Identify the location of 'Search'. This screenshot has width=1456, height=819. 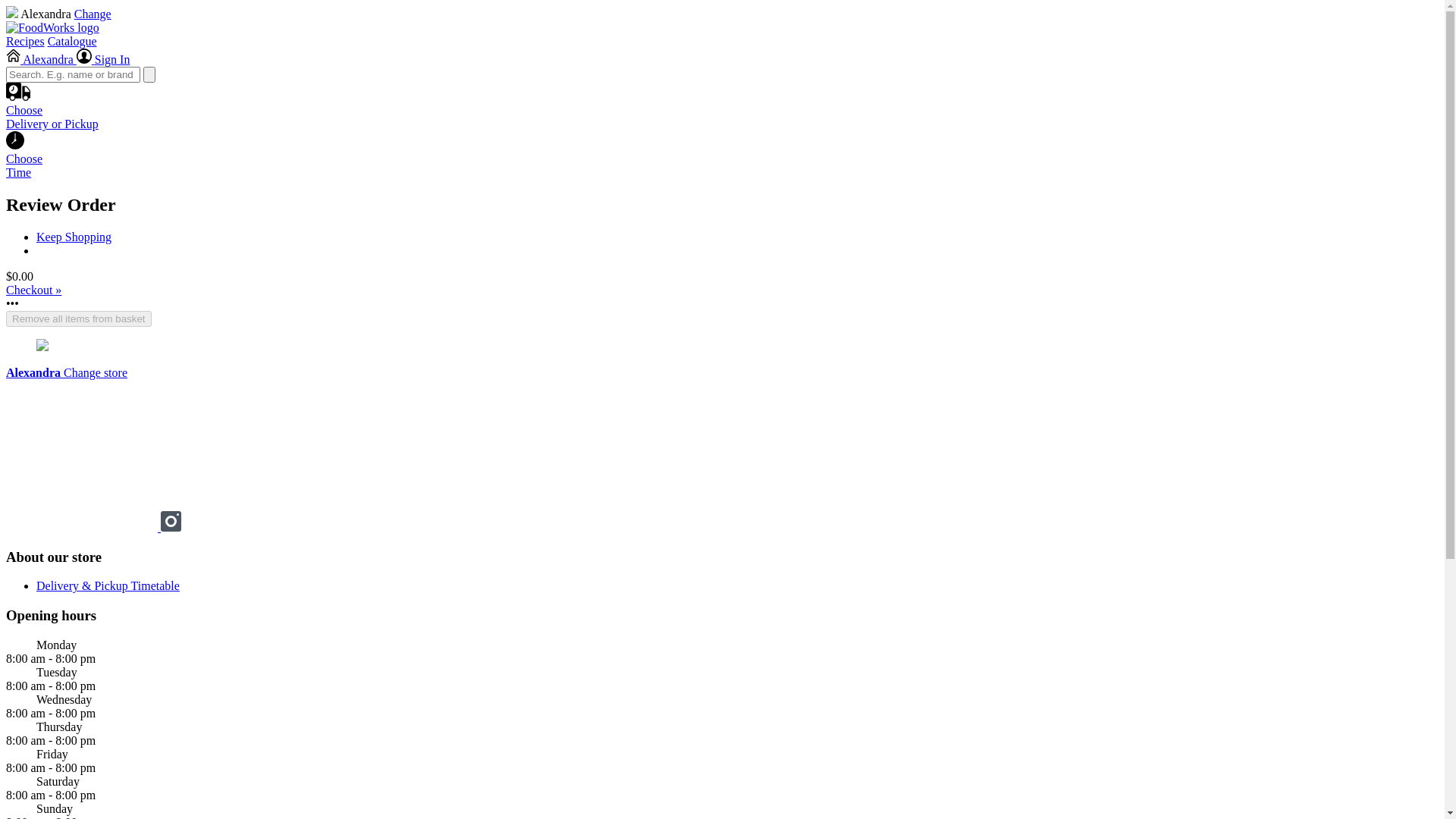
(149, 74).